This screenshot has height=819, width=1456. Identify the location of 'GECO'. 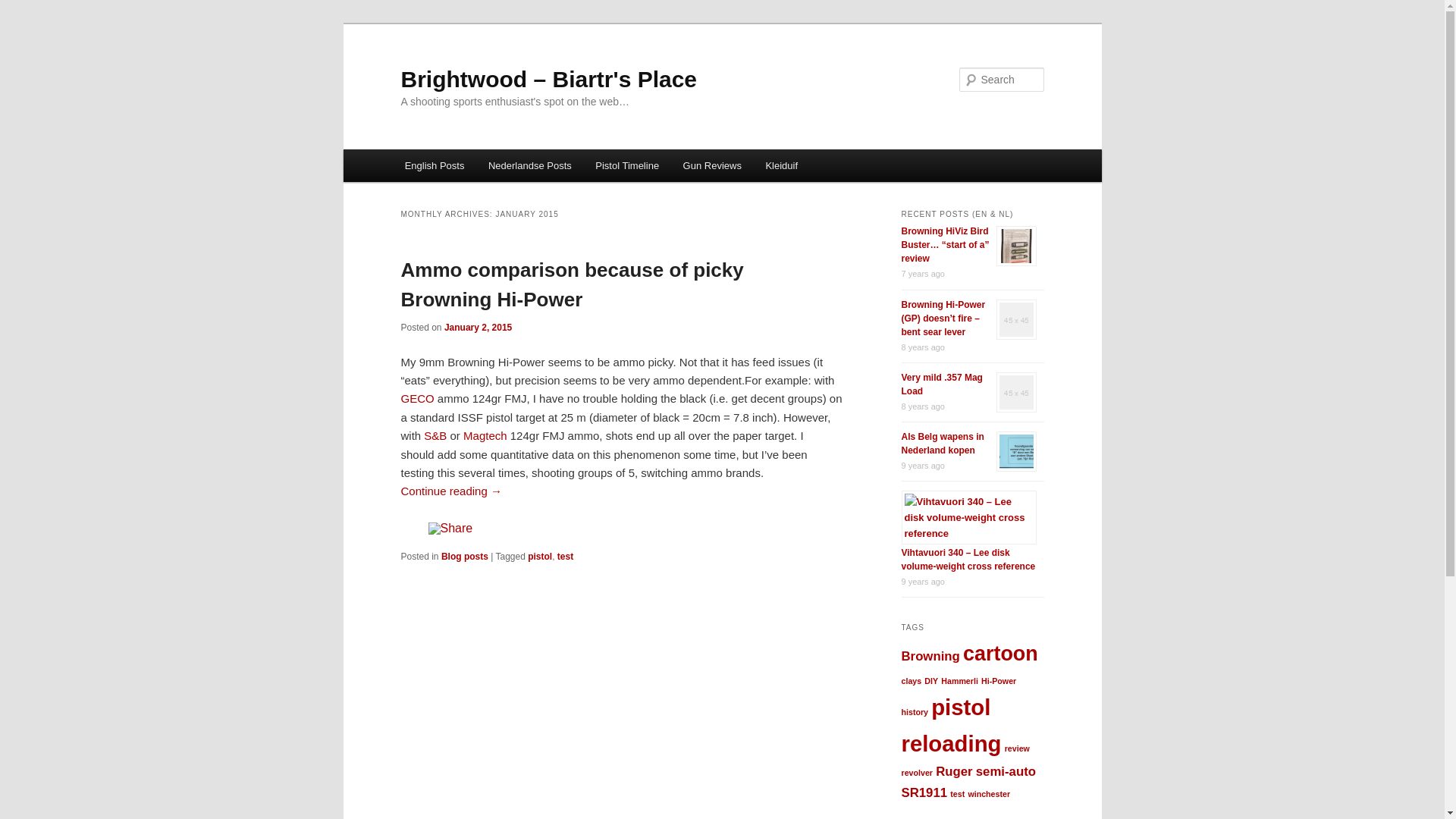
(417, 397).